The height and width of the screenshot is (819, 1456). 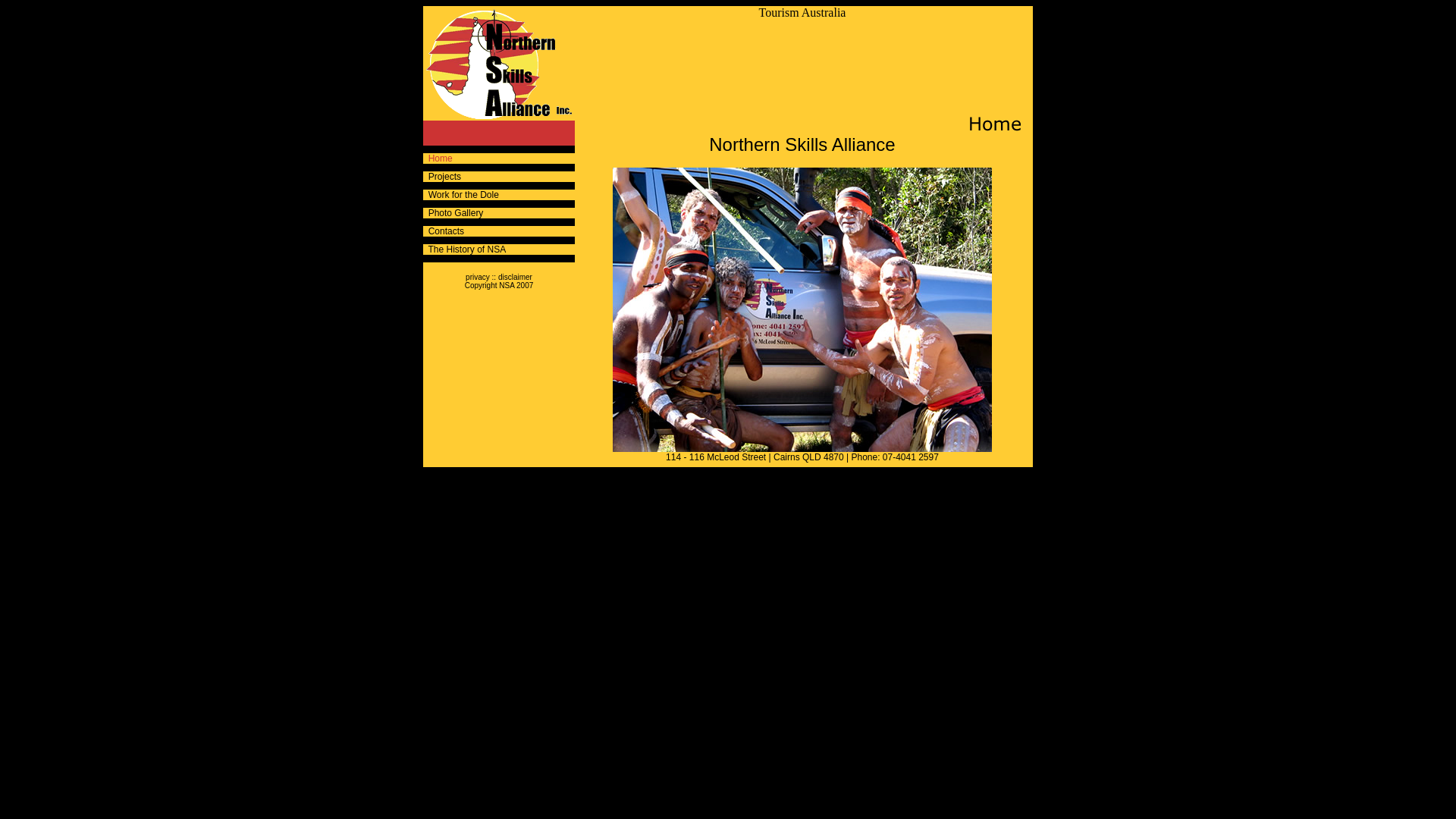 I want to click on '  Projects', so click(x=422, y=174).